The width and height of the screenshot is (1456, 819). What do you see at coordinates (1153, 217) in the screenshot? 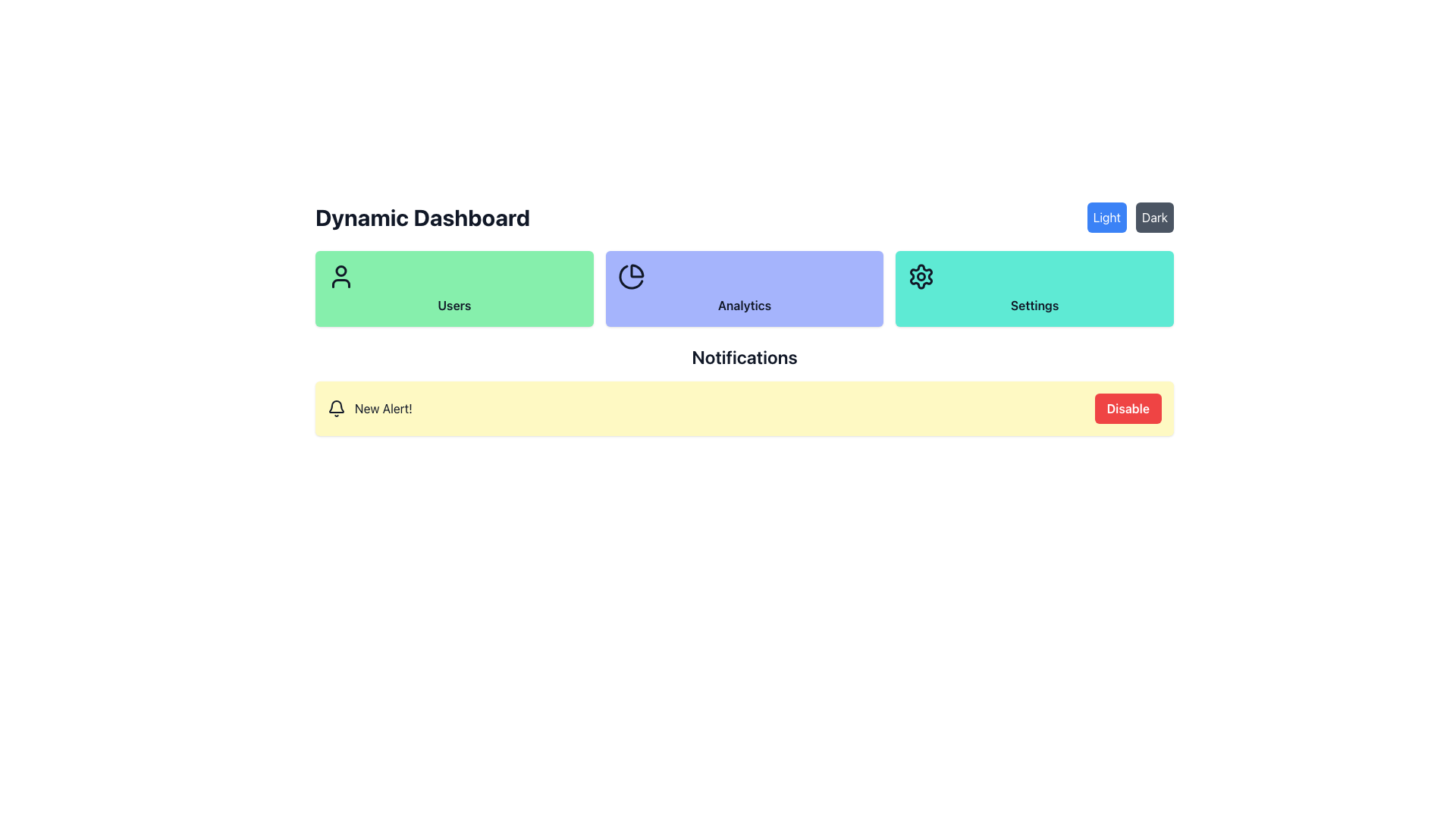
I see `the second button in the upper right area of the layout` at bounding box center [1153, 217].